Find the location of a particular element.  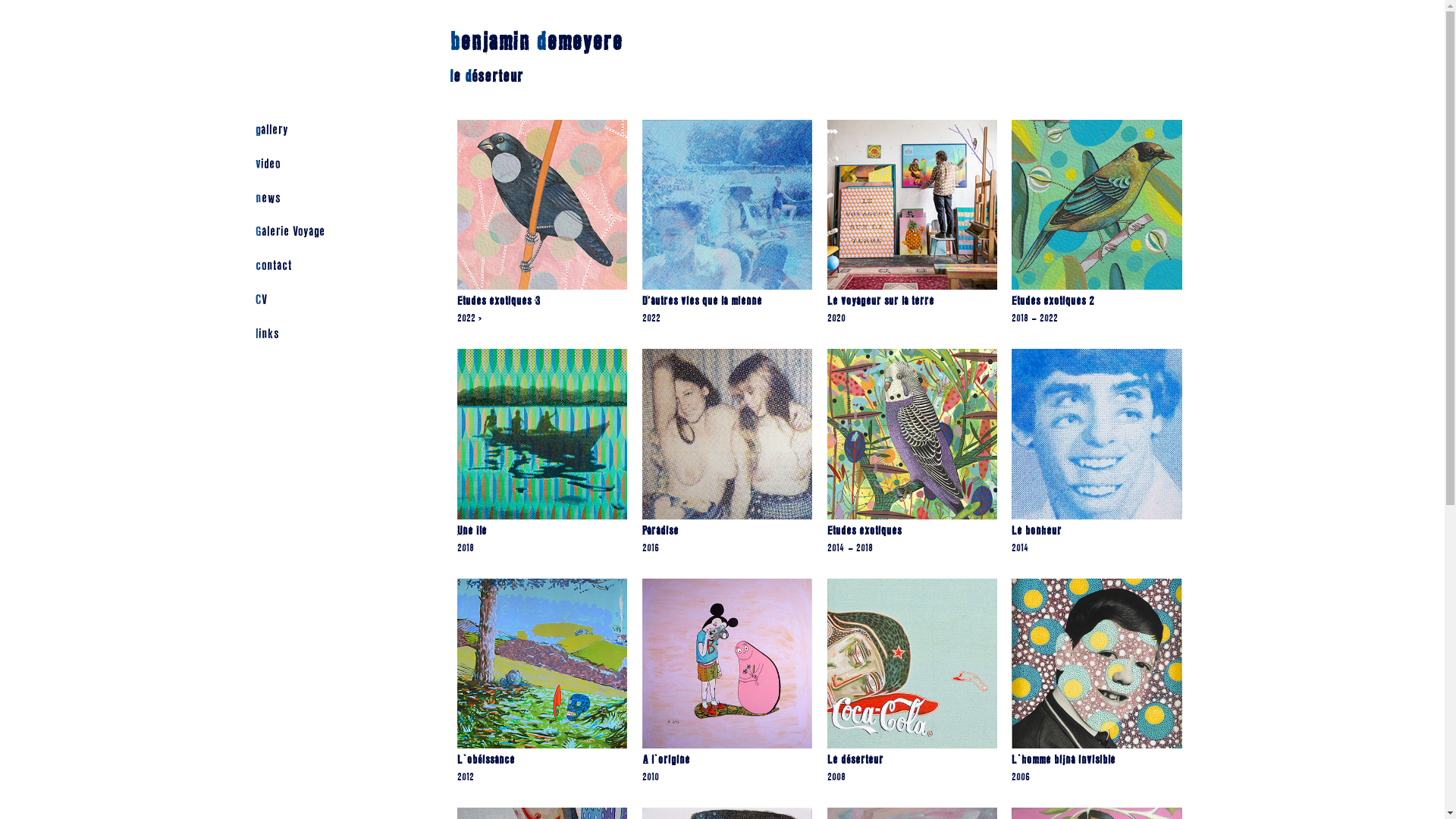

'Le voyageur sur la terre is located at coordinates (912, 227).